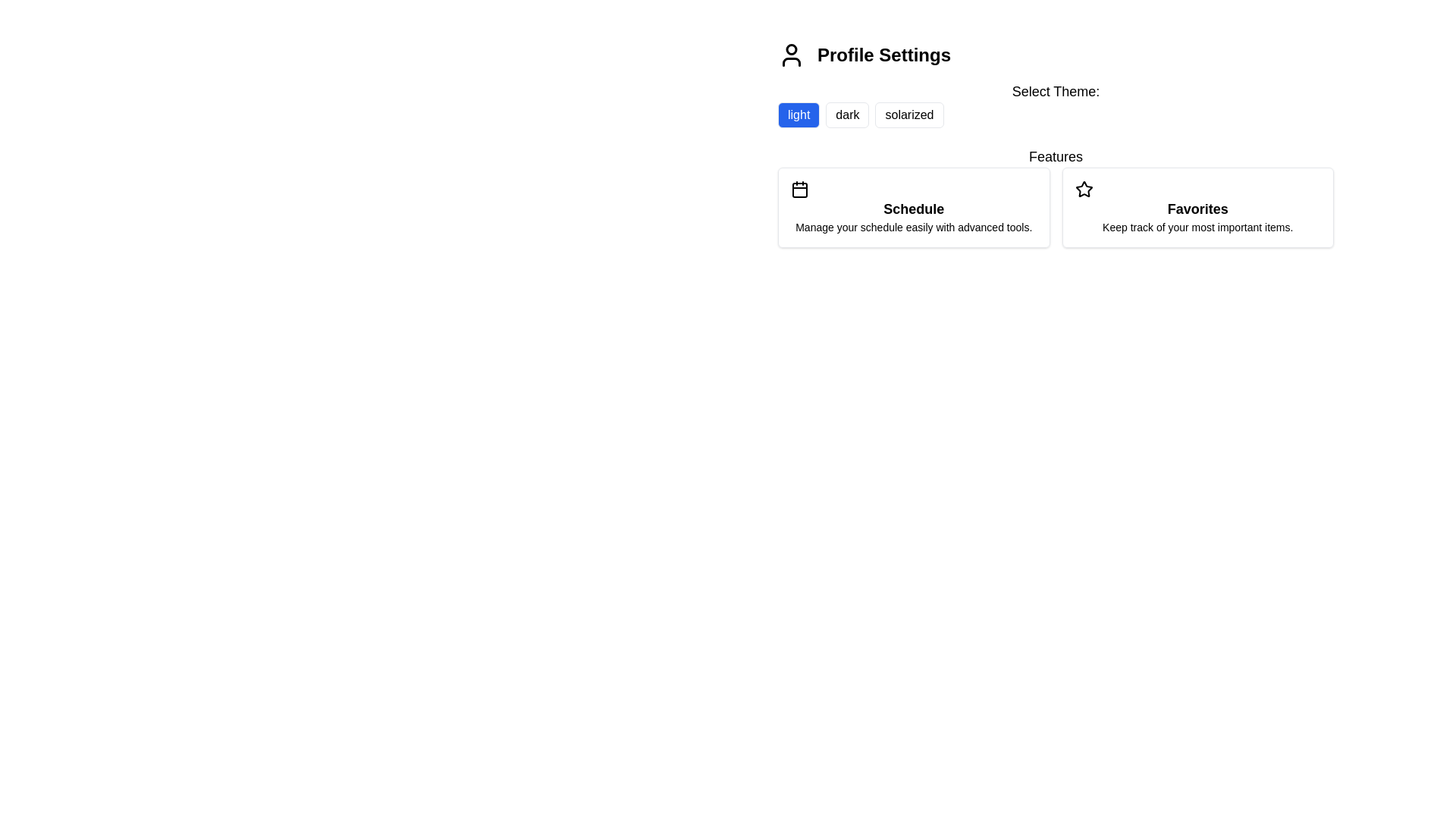 This screenshot has height=819, width=1456. What do you see at coordinates (790, 49) in the screenshot?
I see `the circular user profile icon located above the 'Profile Settings' label` at bounding box center [790, 49].